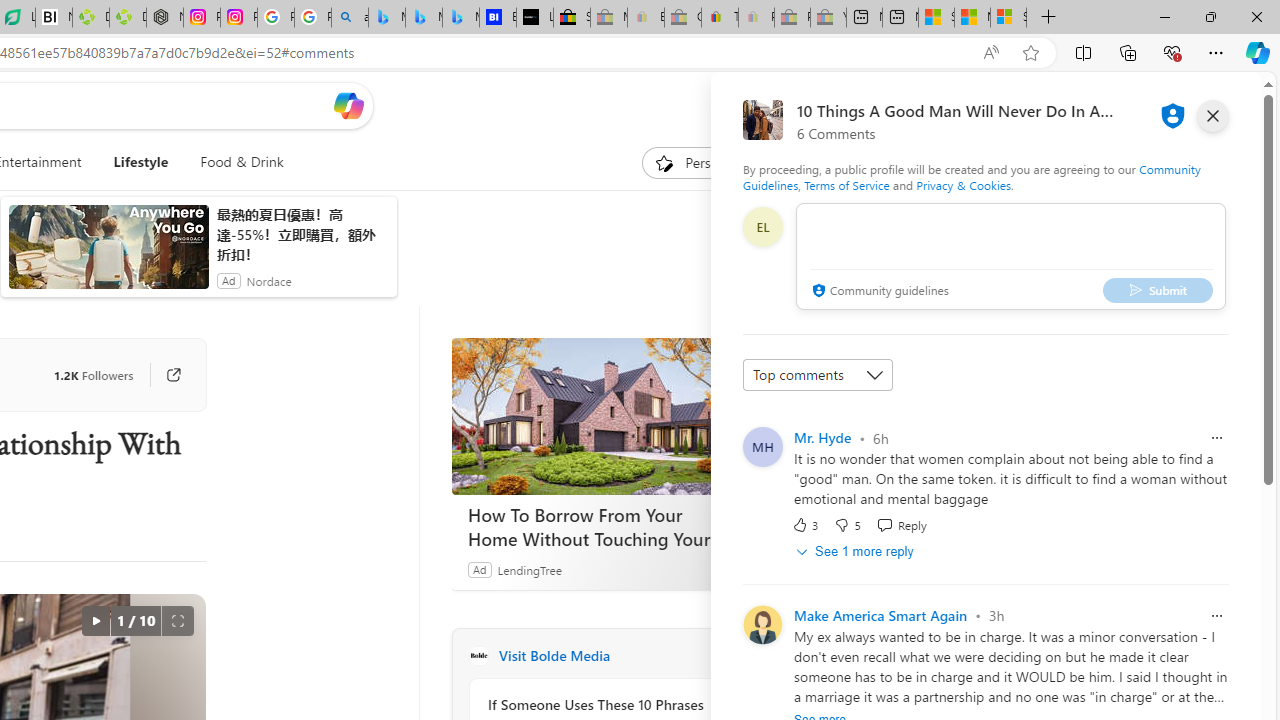 This screenshot has height=720, width=1280. What do you see at coordinates (817, 375) in the screenshot?
I see `'Sort comments by'` at bounding box center [817, 375].